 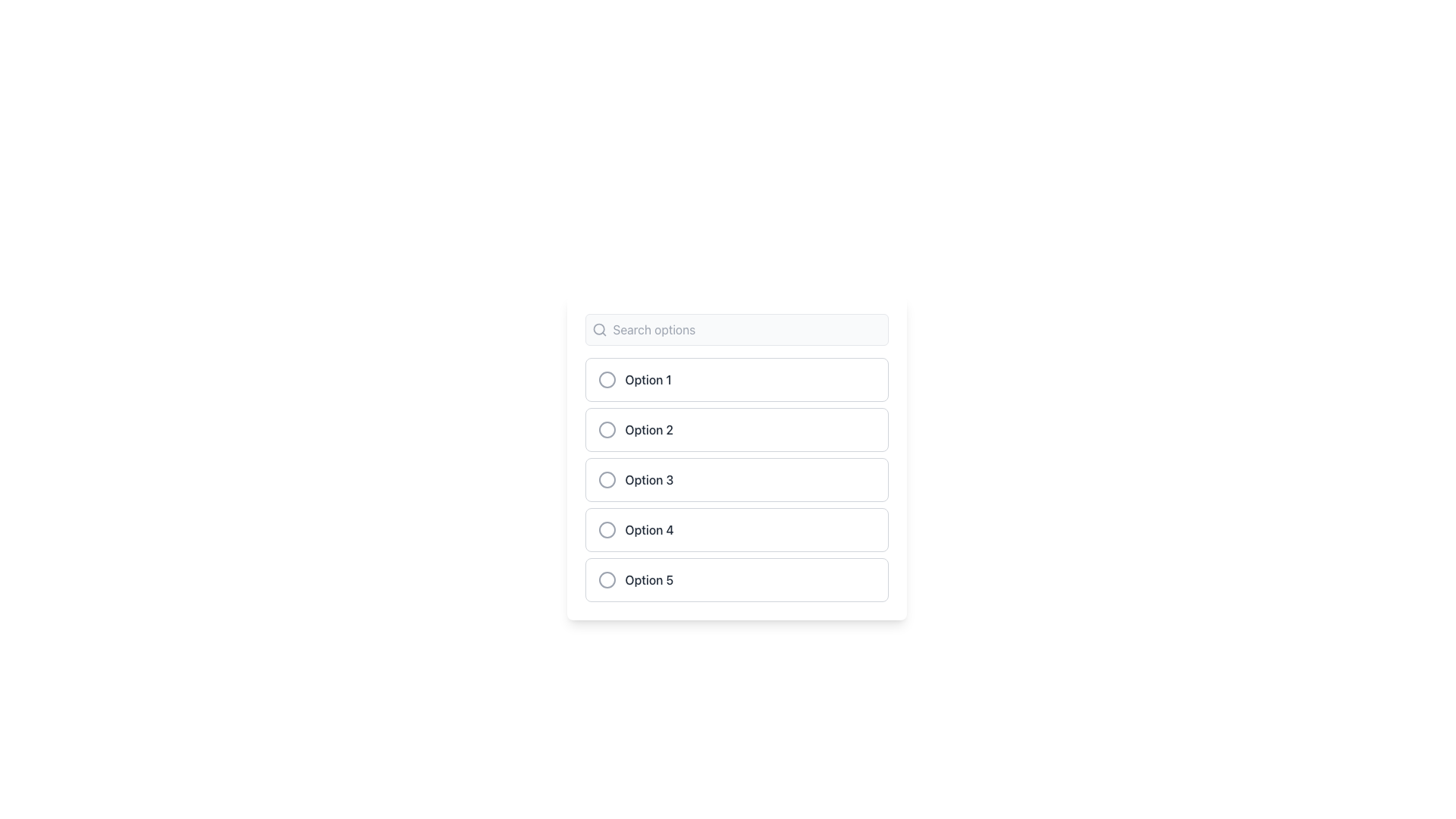 I want to click on the second radio option in a vertically stacked list, which is located centrally between 'Option 1' above and 'Option 3' below, so click(x=736, y=430).